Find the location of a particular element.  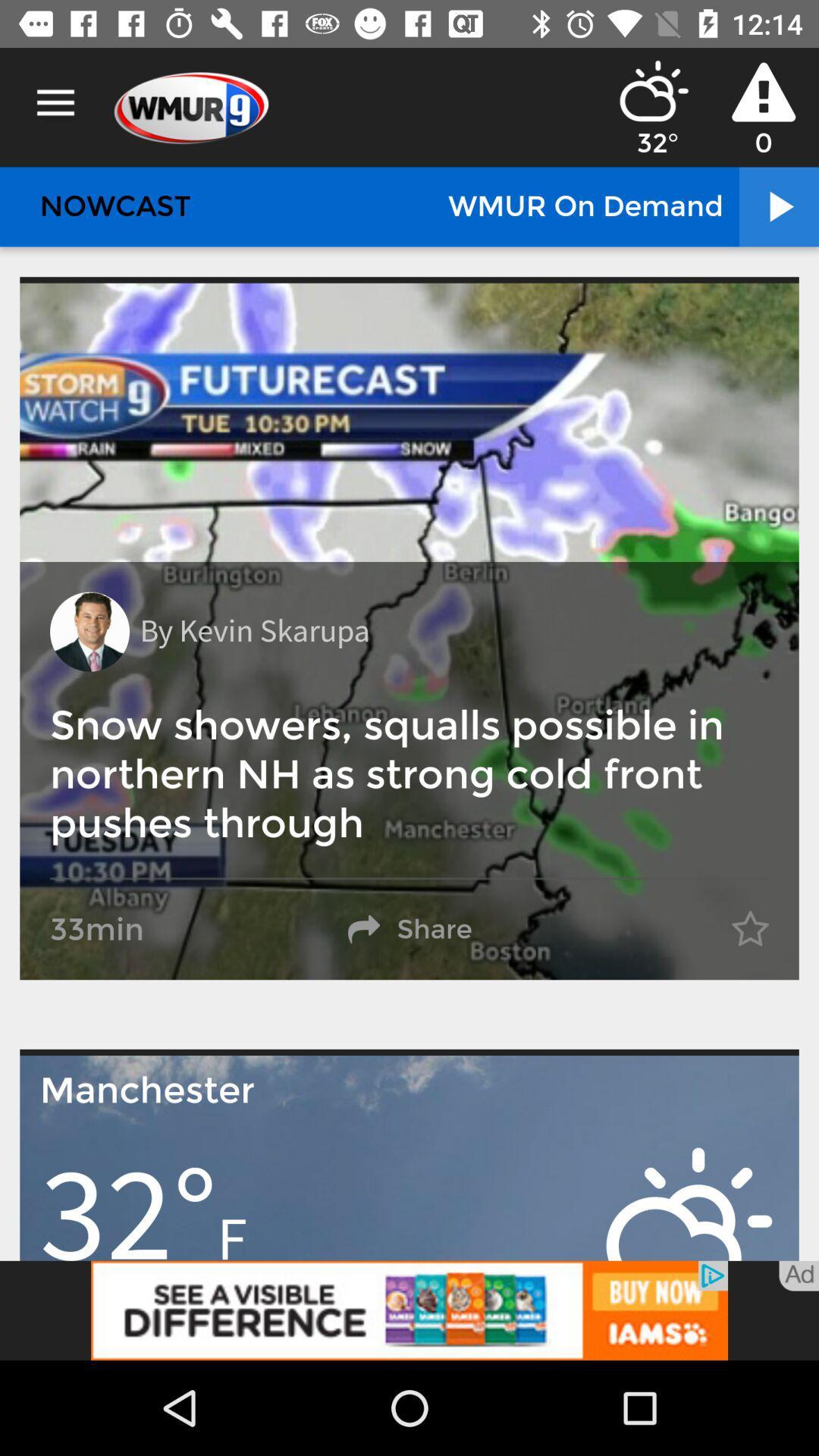

advertisement is located at coordinates (409, 1310).